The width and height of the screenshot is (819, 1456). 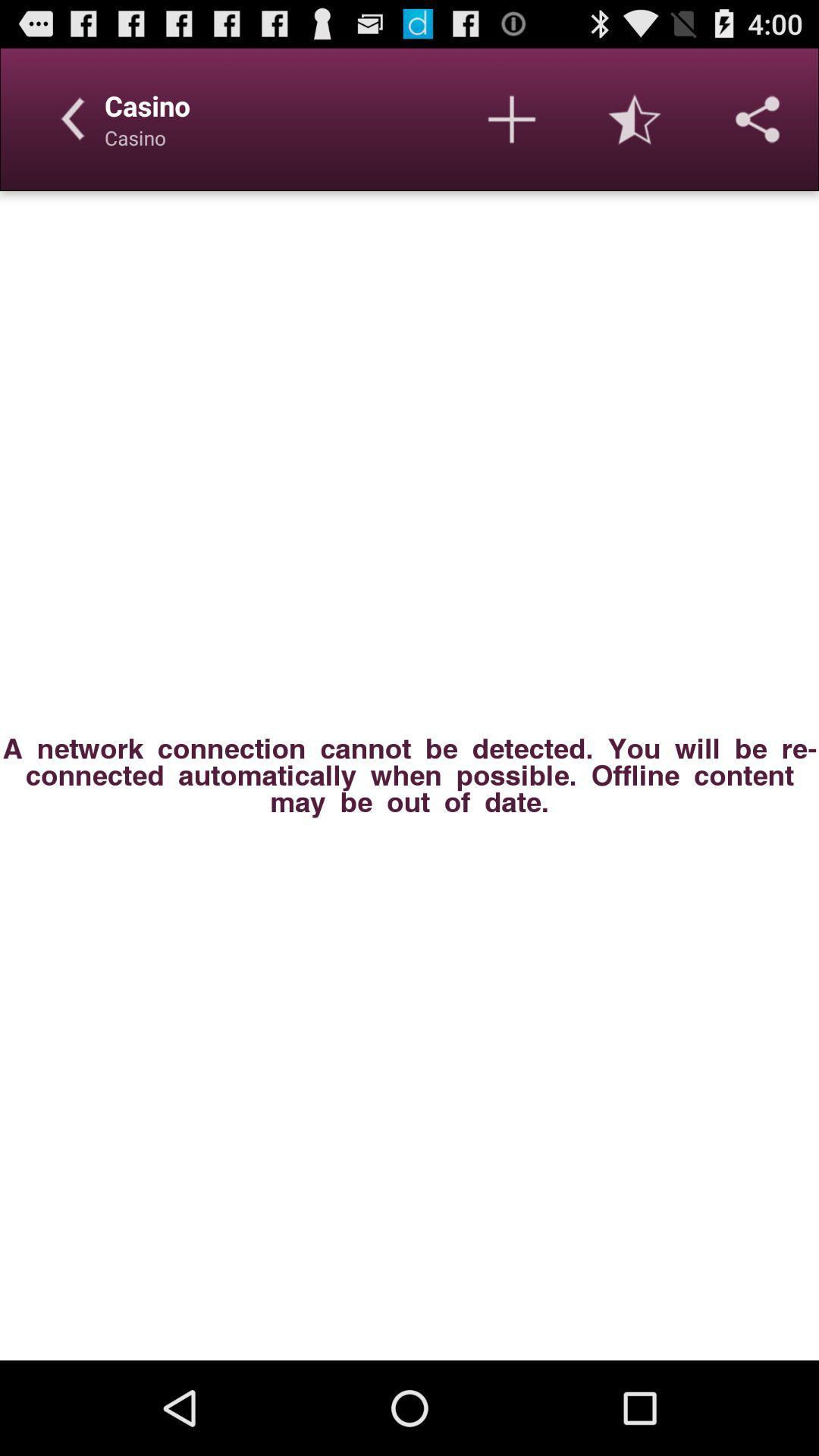 What do you see at coordinates (512, 118) in the screenshot?
I see `app next to the casino icon` at bounding box center [512, 118].